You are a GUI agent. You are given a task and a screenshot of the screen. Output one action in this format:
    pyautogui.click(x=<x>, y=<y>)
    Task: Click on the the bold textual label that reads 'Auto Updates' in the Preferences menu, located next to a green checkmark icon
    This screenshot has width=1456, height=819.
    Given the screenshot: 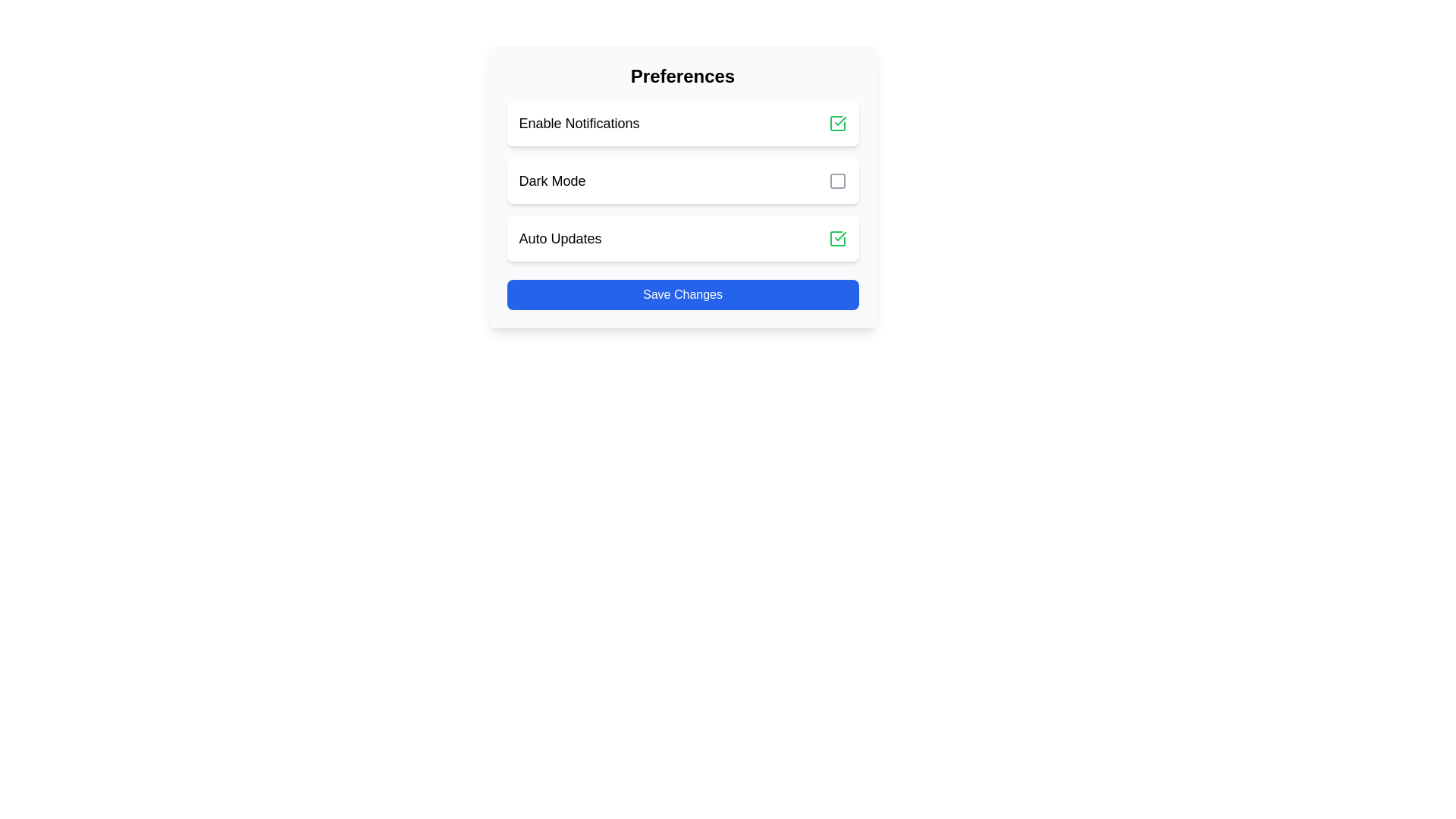 What is the action you would take?
    pyautogui.click(x=560, y=239)
    